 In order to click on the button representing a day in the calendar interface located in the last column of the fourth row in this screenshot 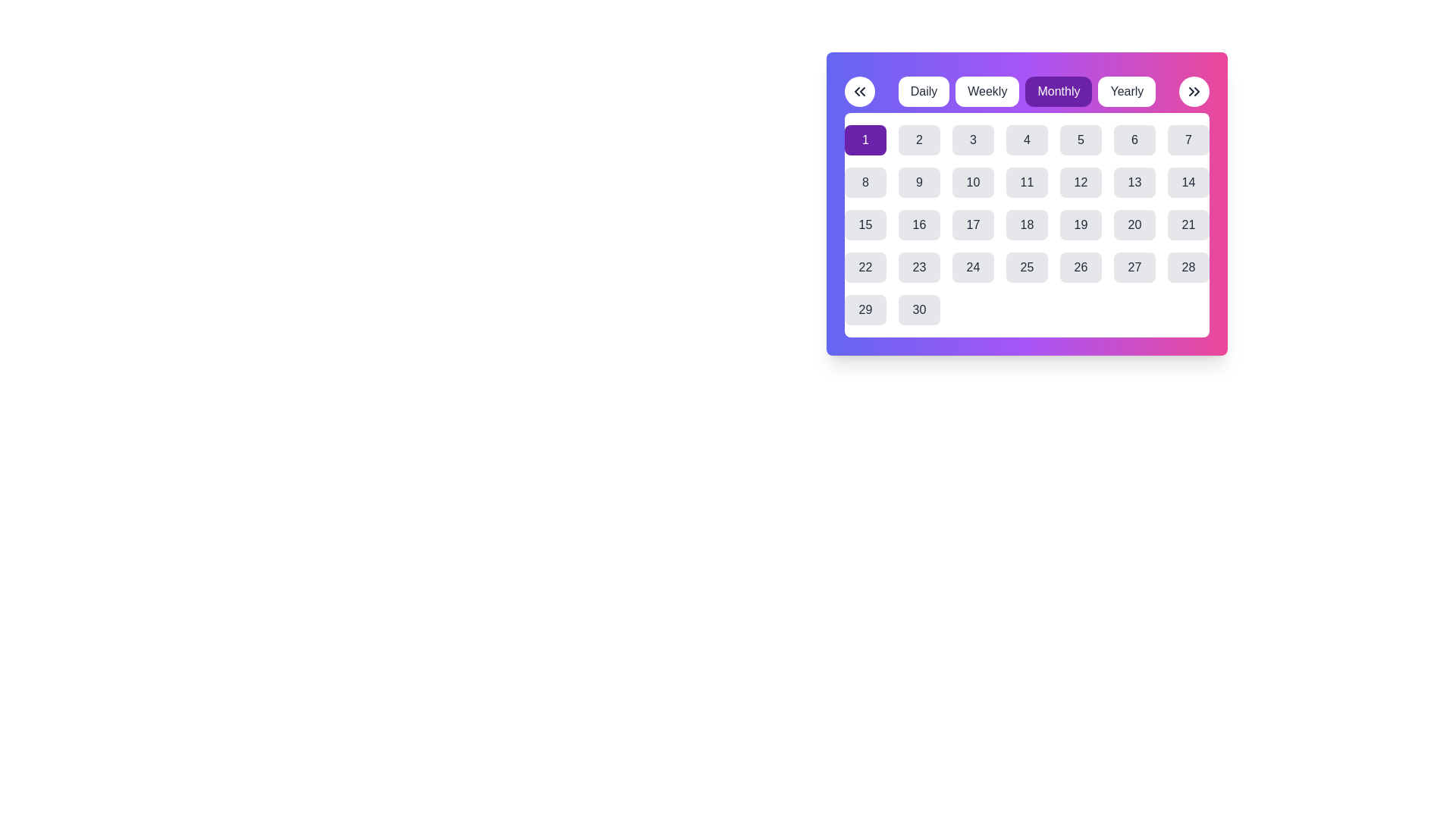, I will do `click(1188, 267)`.